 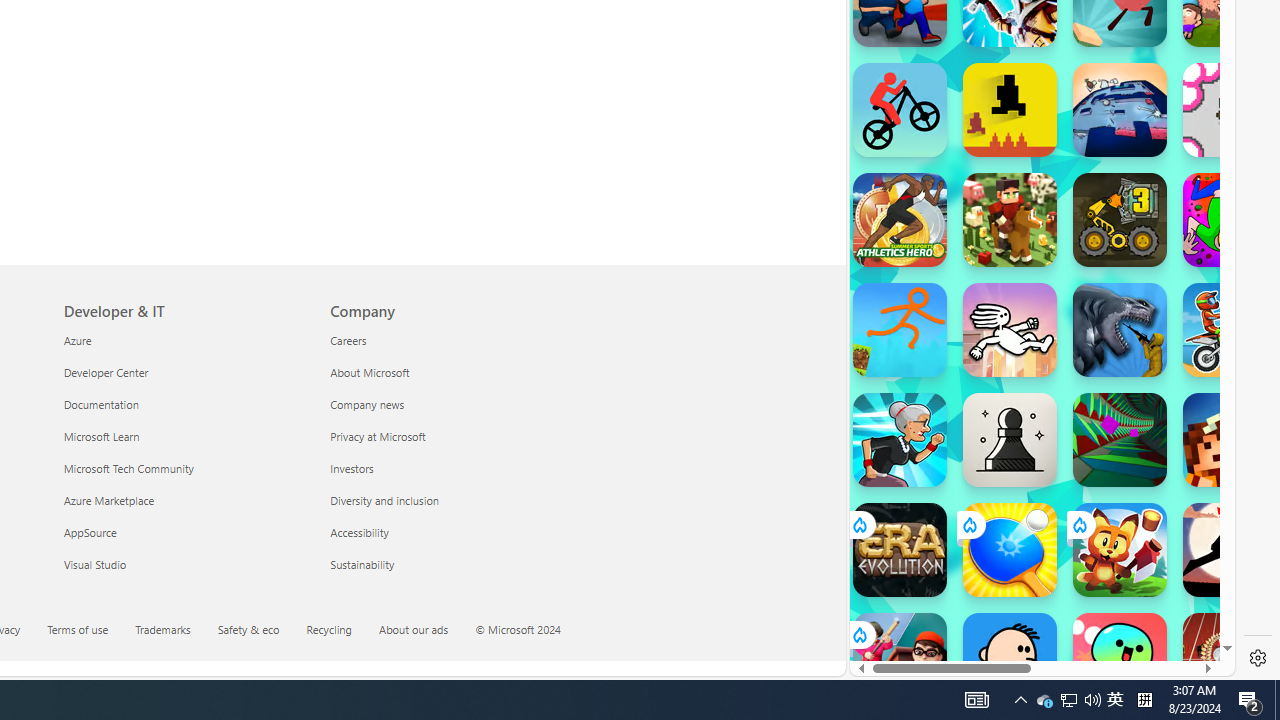 What do you see at coordinates (1009, 659) in the screenshot?
I see `'Poor Eddie'` at bounding box center [1009, 659].